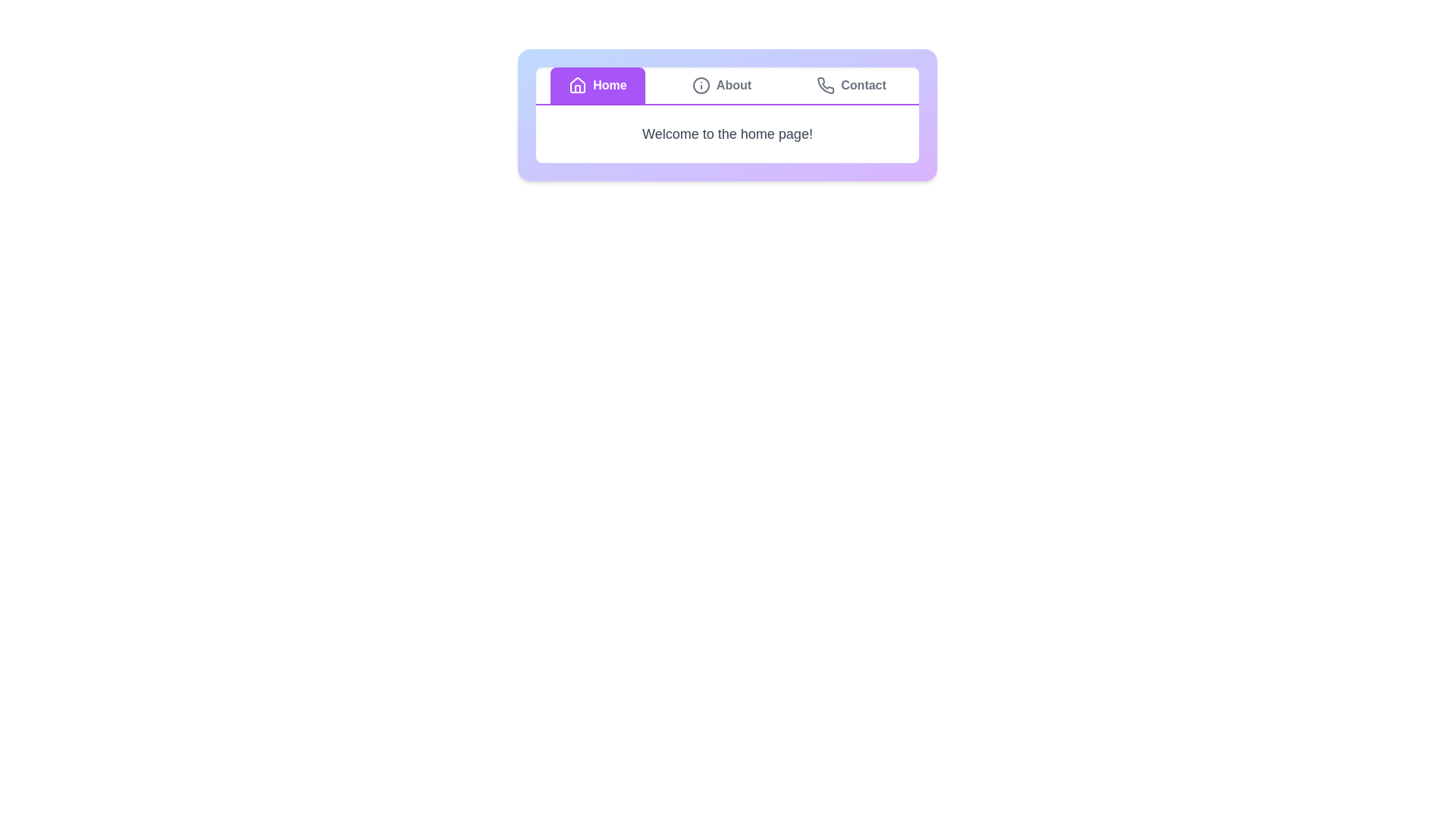 Image resolution: width=1456 pixels, height=819 pixels. I want to click on the Contact tab by clicking on it, so click(852, 85).